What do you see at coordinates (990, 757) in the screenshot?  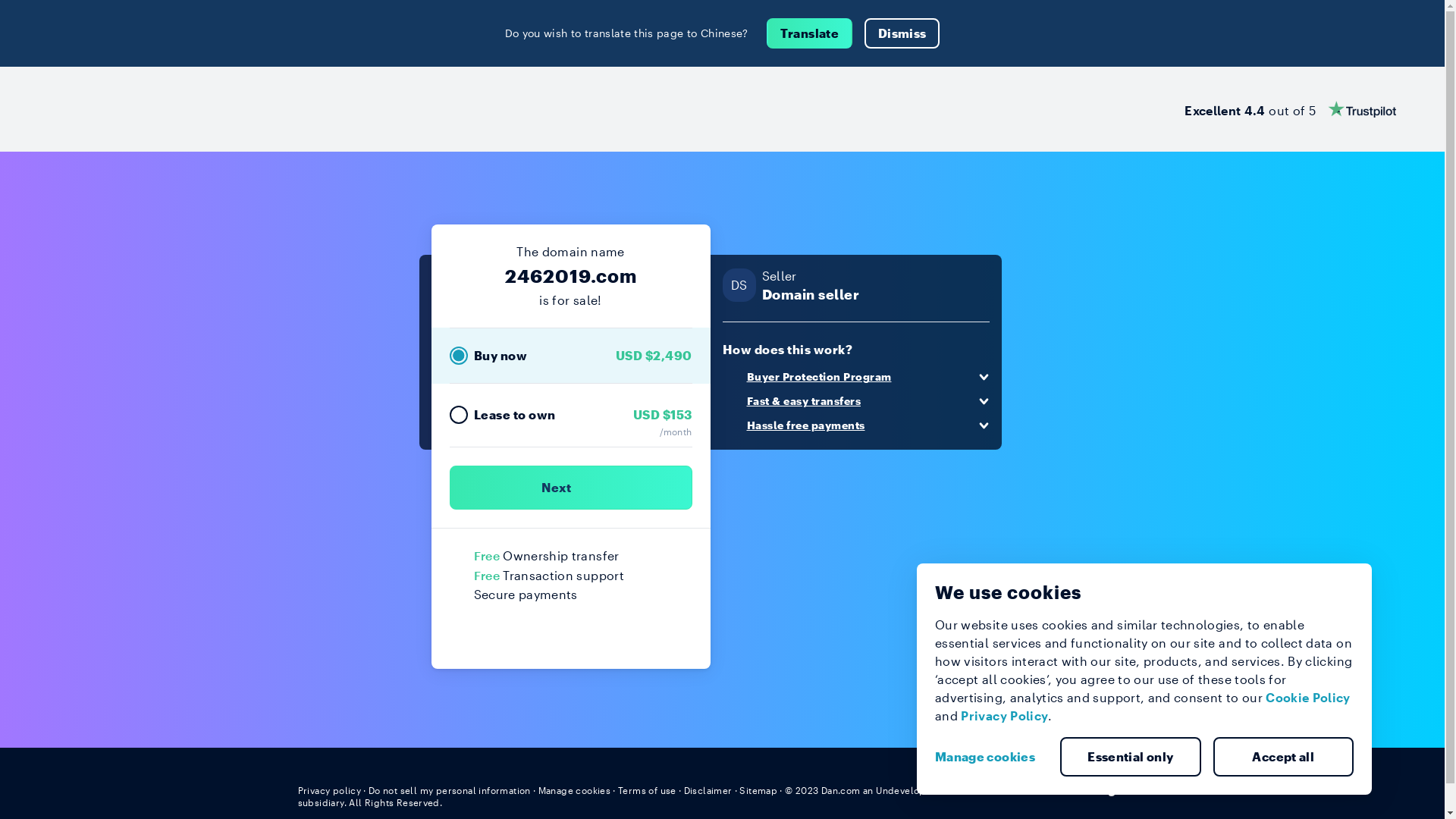 I see `'Manage cookies'` at bounding box center [990, 757].